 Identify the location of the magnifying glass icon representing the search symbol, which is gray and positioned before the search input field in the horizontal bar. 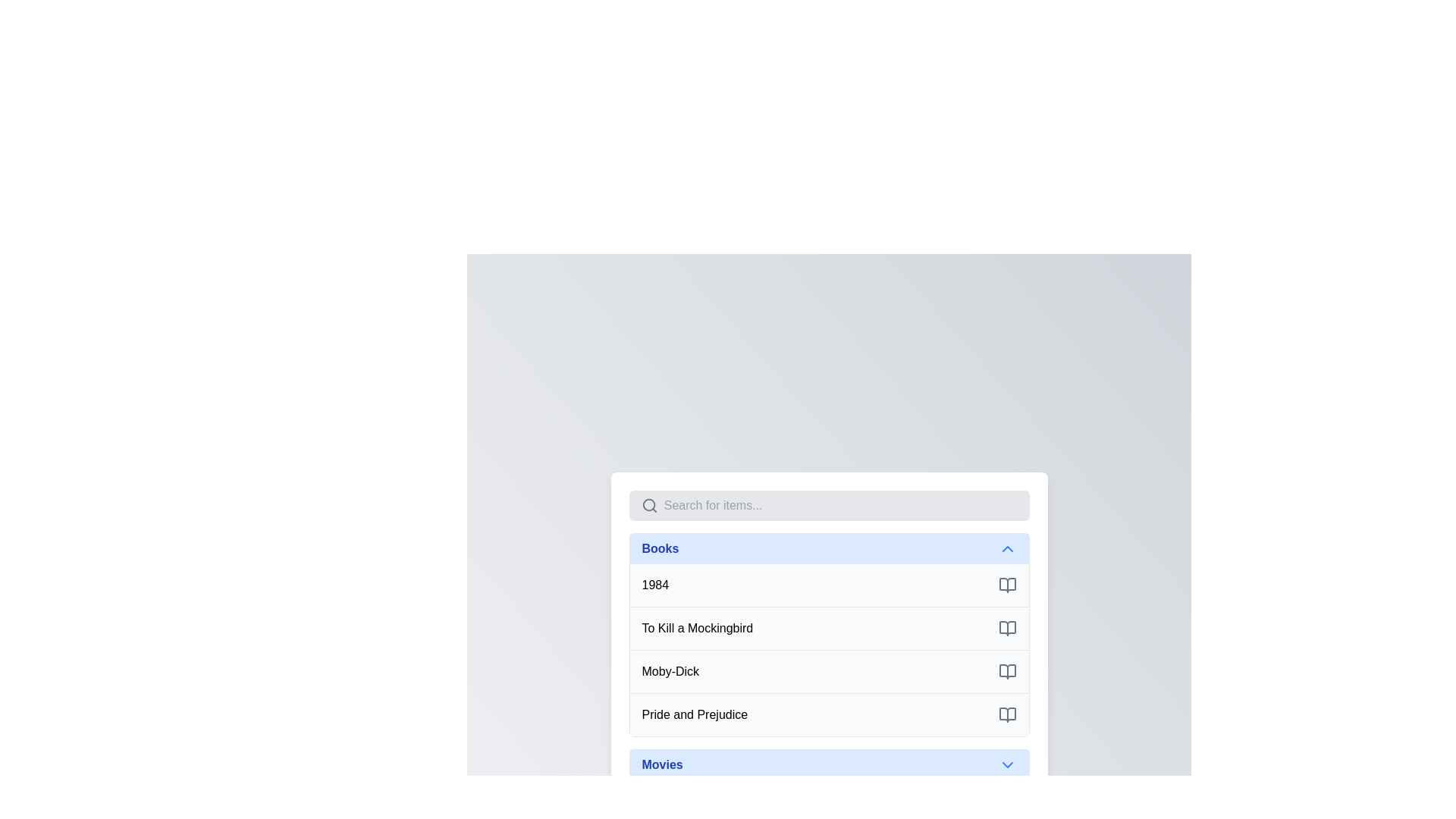
(649, 505).